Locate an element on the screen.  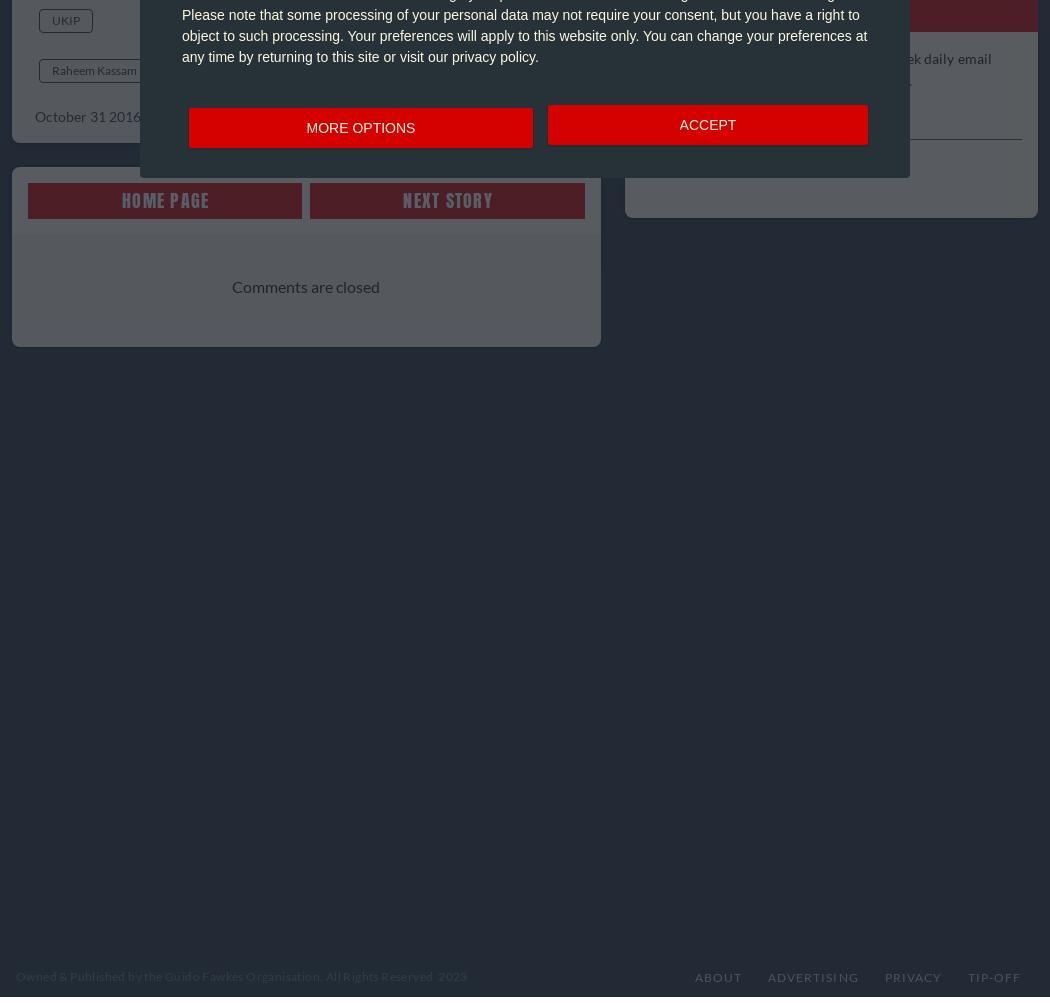
'Owned & Published by the Guido Fawkes Organisation. All Rights Reserved' is located at coordinates (225, 975).